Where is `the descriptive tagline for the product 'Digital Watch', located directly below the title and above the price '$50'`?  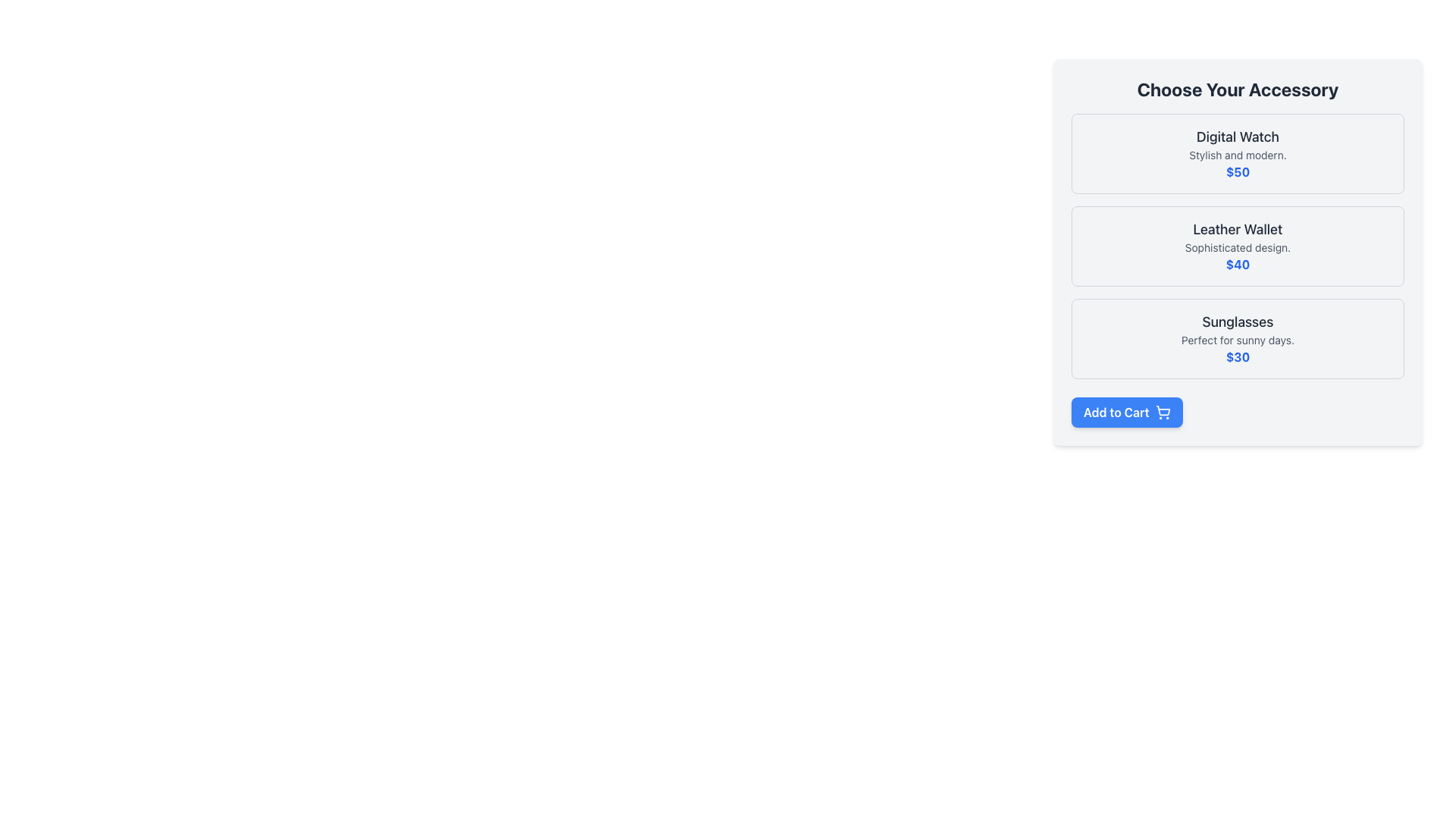 the descriptive tagline for the product 'Digital Watch', located directly below the title and above the price '$50' is located at coordinates (1238, 155).